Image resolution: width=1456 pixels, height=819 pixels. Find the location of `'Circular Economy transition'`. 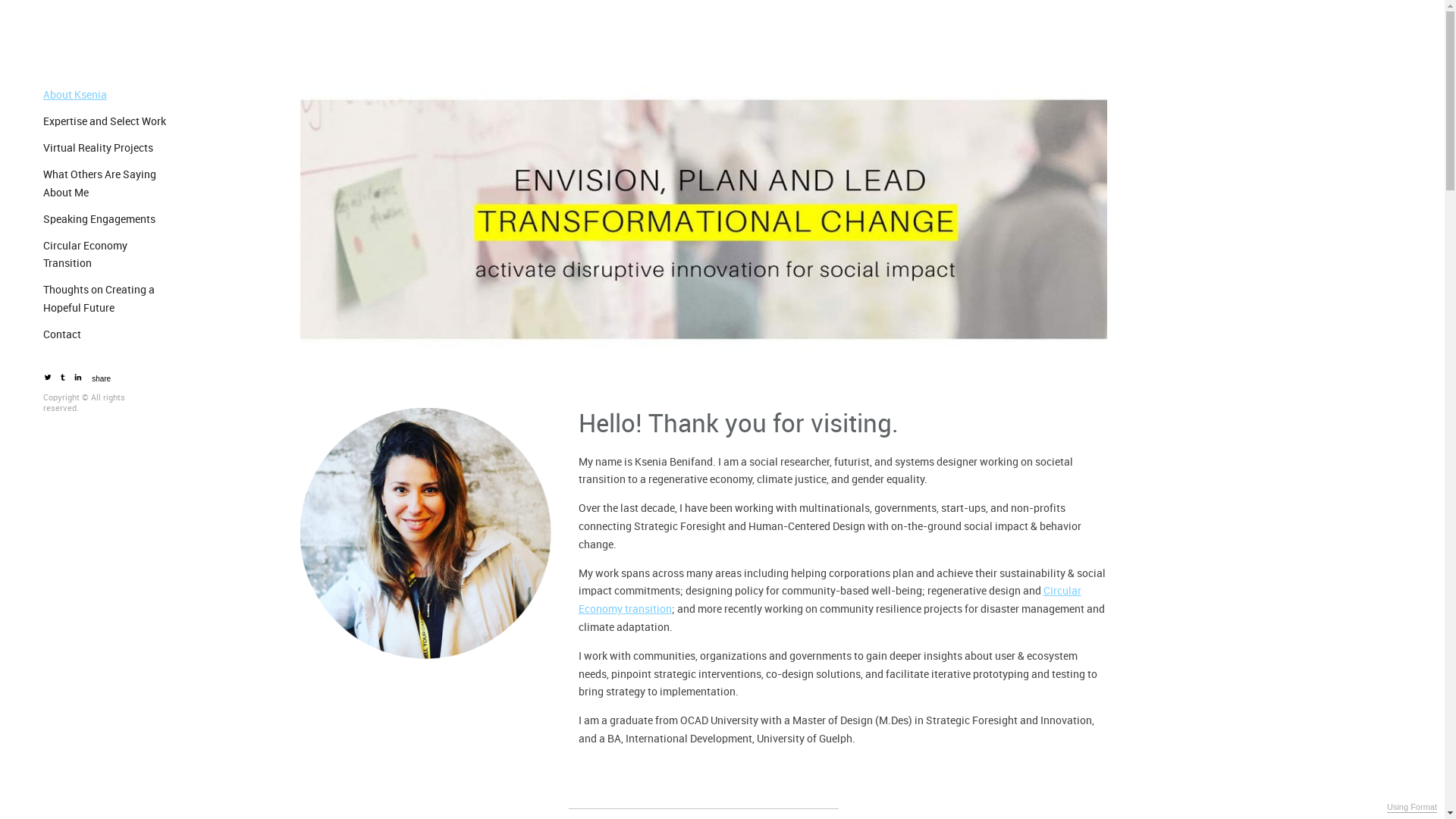

'Circular Economy transition' is located at coordinates (829, 599).